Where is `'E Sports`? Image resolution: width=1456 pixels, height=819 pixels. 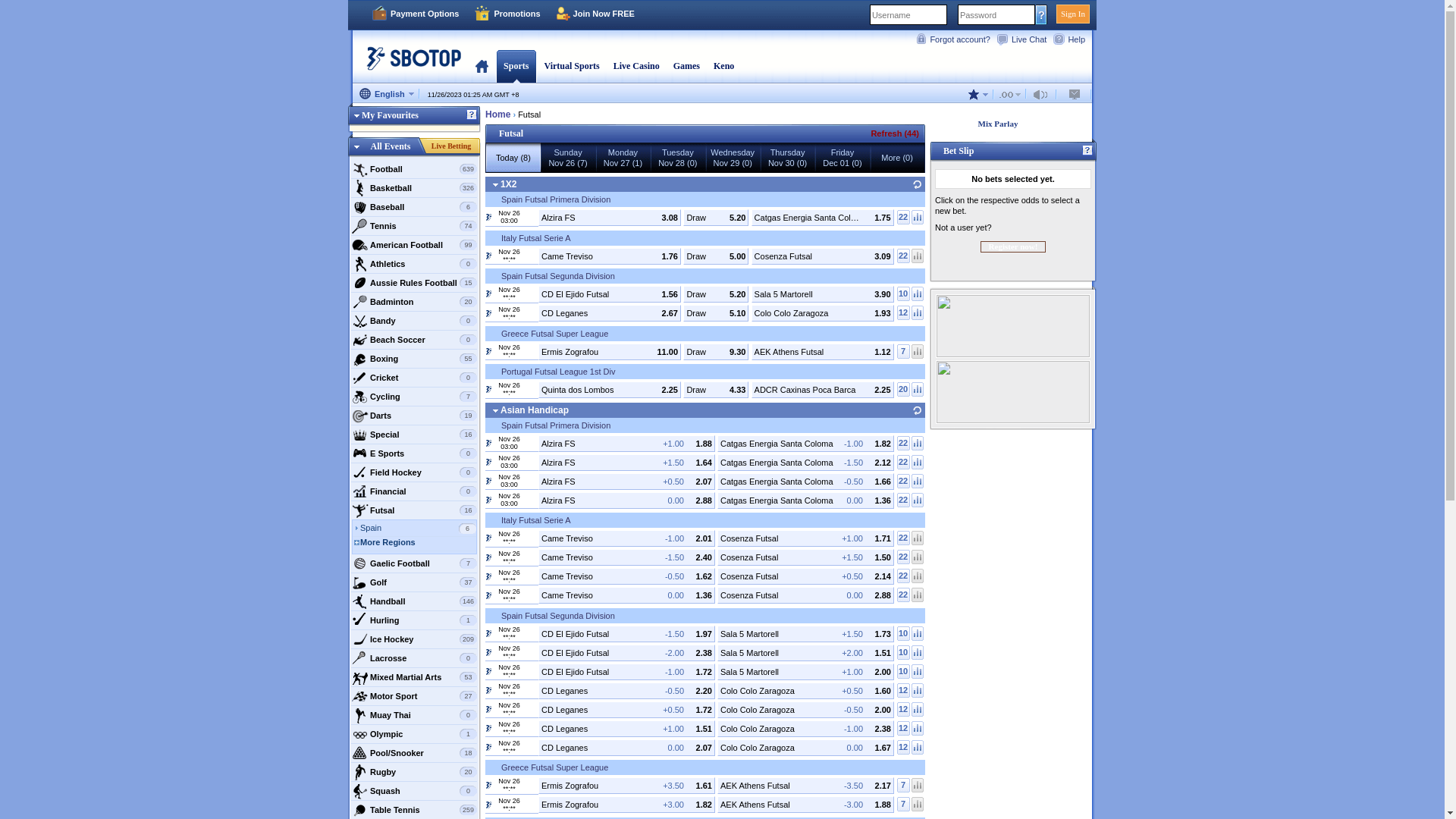 'E Sports is located at coordinates (414, 452).